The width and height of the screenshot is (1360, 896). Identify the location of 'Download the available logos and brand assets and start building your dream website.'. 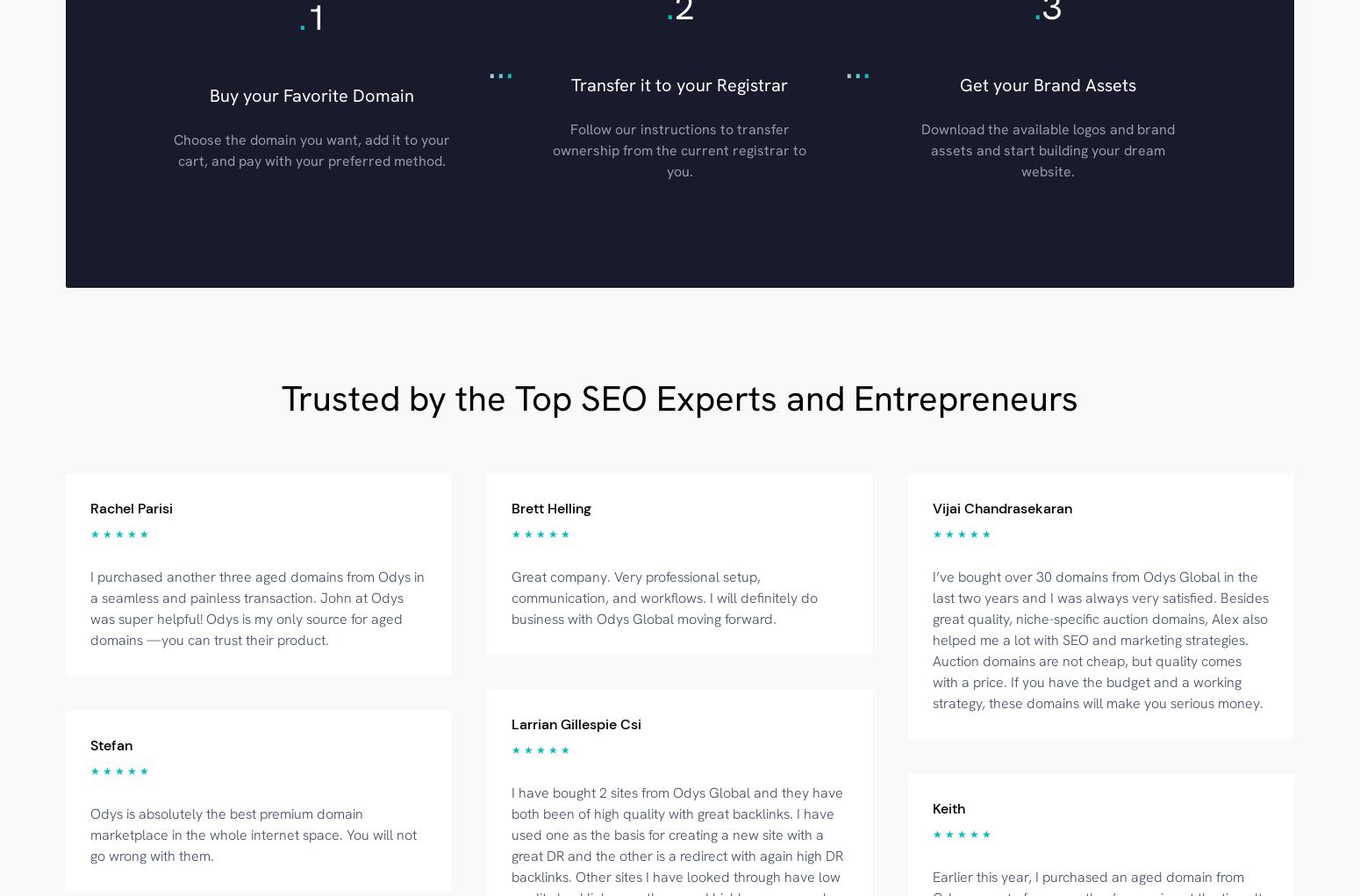
(1047, 148).